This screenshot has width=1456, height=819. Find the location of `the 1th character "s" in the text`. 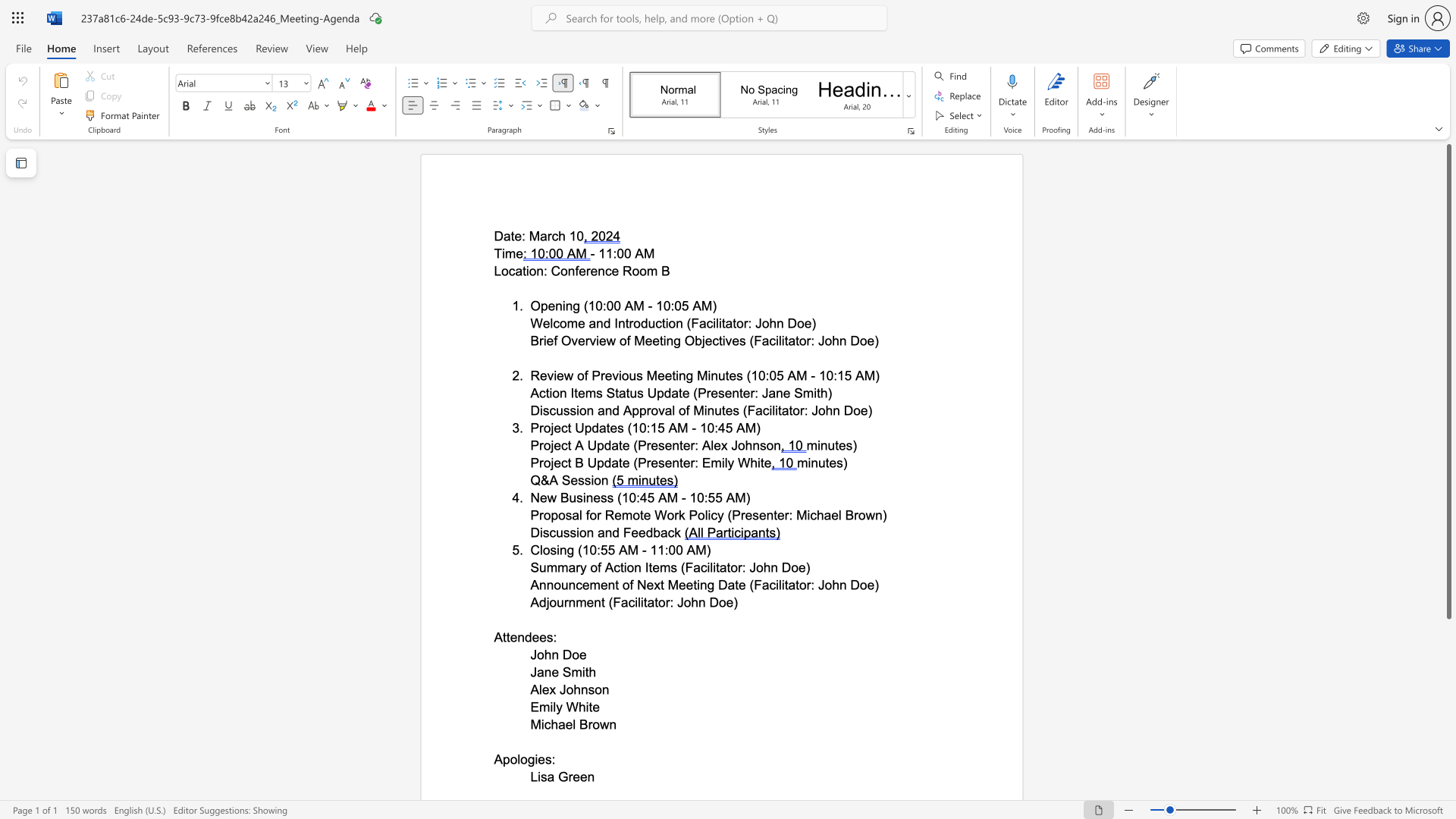

the 1th character "s" in the text is located at coordinates (590, 689).